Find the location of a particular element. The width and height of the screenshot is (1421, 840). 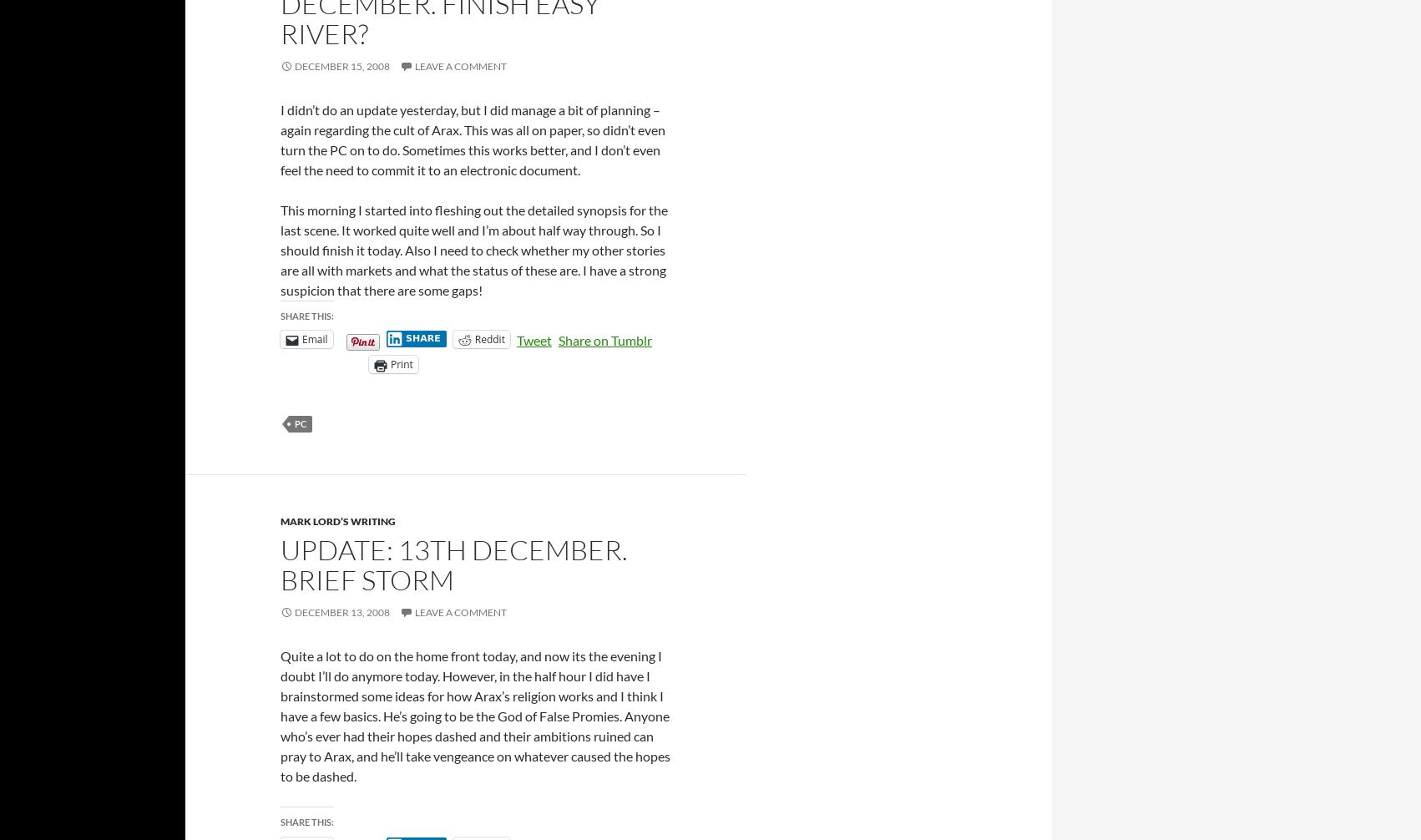

'This morning I started into fleshing out the detailed synopsis for the last scene. It worked quite well and I’m about half way through. So I should finish it today. Also I need to check whether my other stories are all with markets and what the status of these are. I have a strong suspicion that there are some gaps!' is located at coordinates (473, 249).